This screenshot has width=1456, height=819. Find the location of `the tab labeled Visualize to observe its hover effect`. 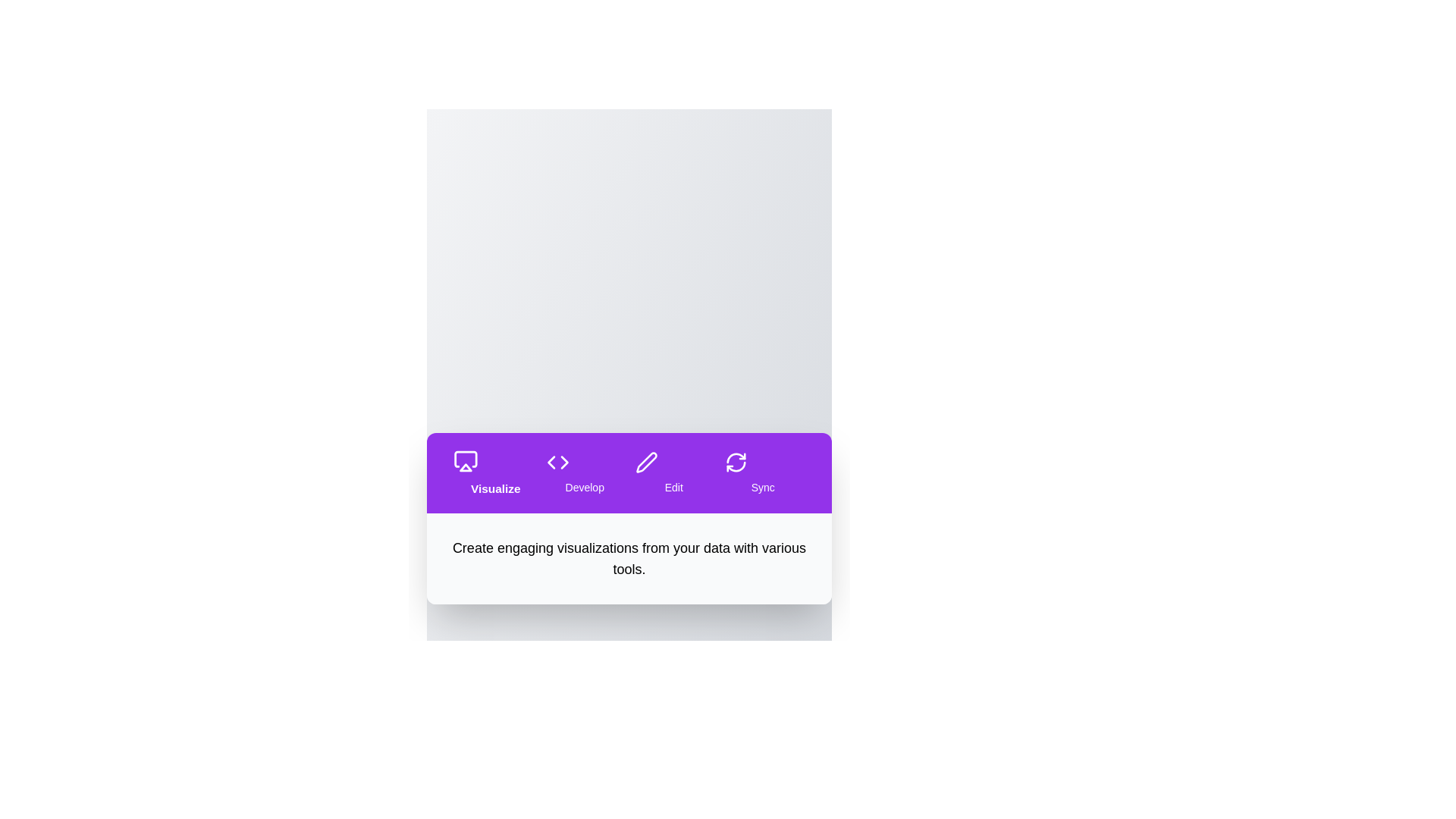

the tab labeled Visualize to observe its hover effect is located at coordinates (495, 472).